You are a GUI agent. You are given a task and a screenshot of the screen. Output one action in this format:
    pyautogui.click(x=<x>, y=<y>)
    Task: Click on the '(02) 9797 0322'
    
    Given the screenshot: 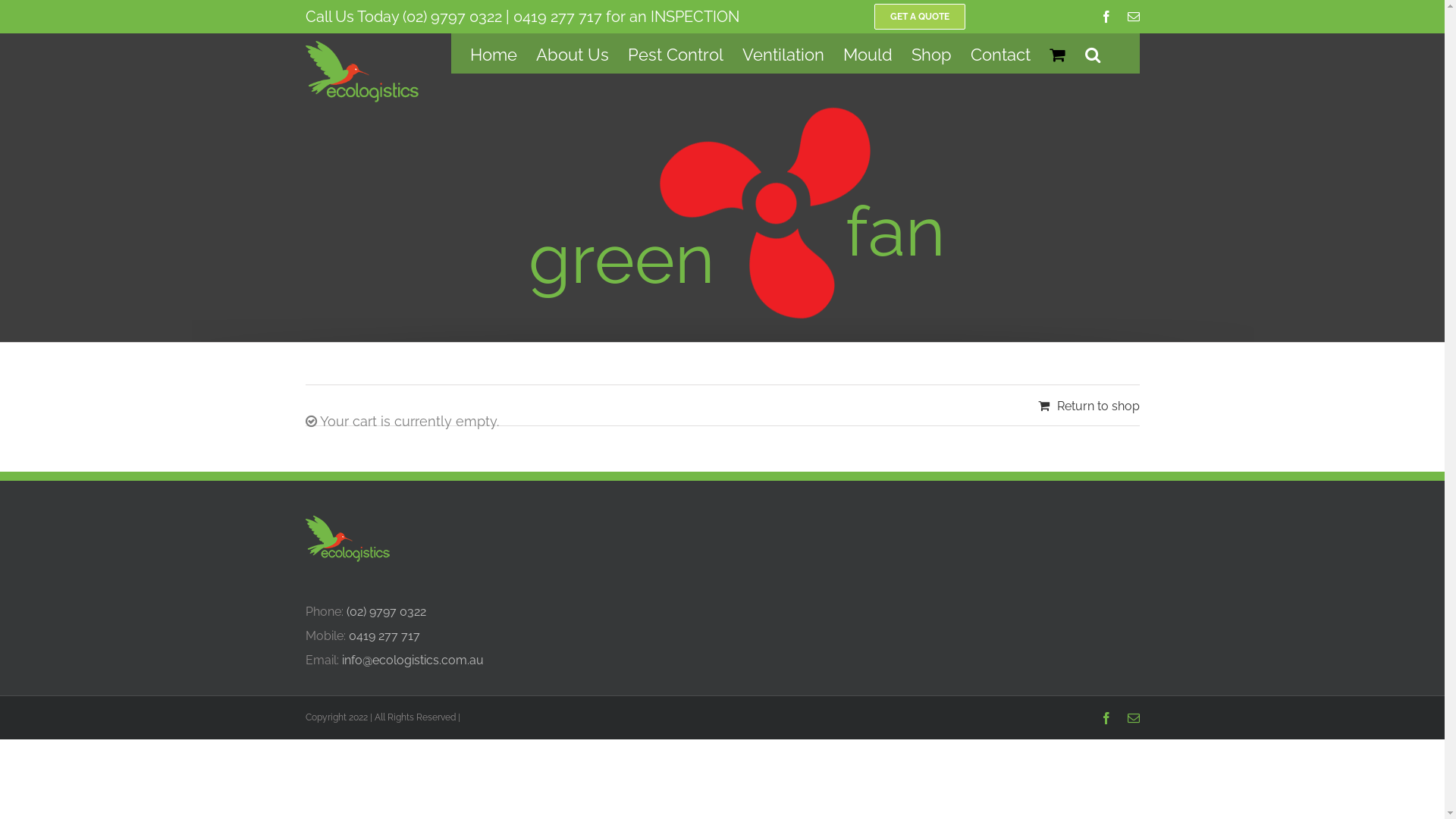 What is the action you would take?
    pyautogui.click(x=450, y=17)
    